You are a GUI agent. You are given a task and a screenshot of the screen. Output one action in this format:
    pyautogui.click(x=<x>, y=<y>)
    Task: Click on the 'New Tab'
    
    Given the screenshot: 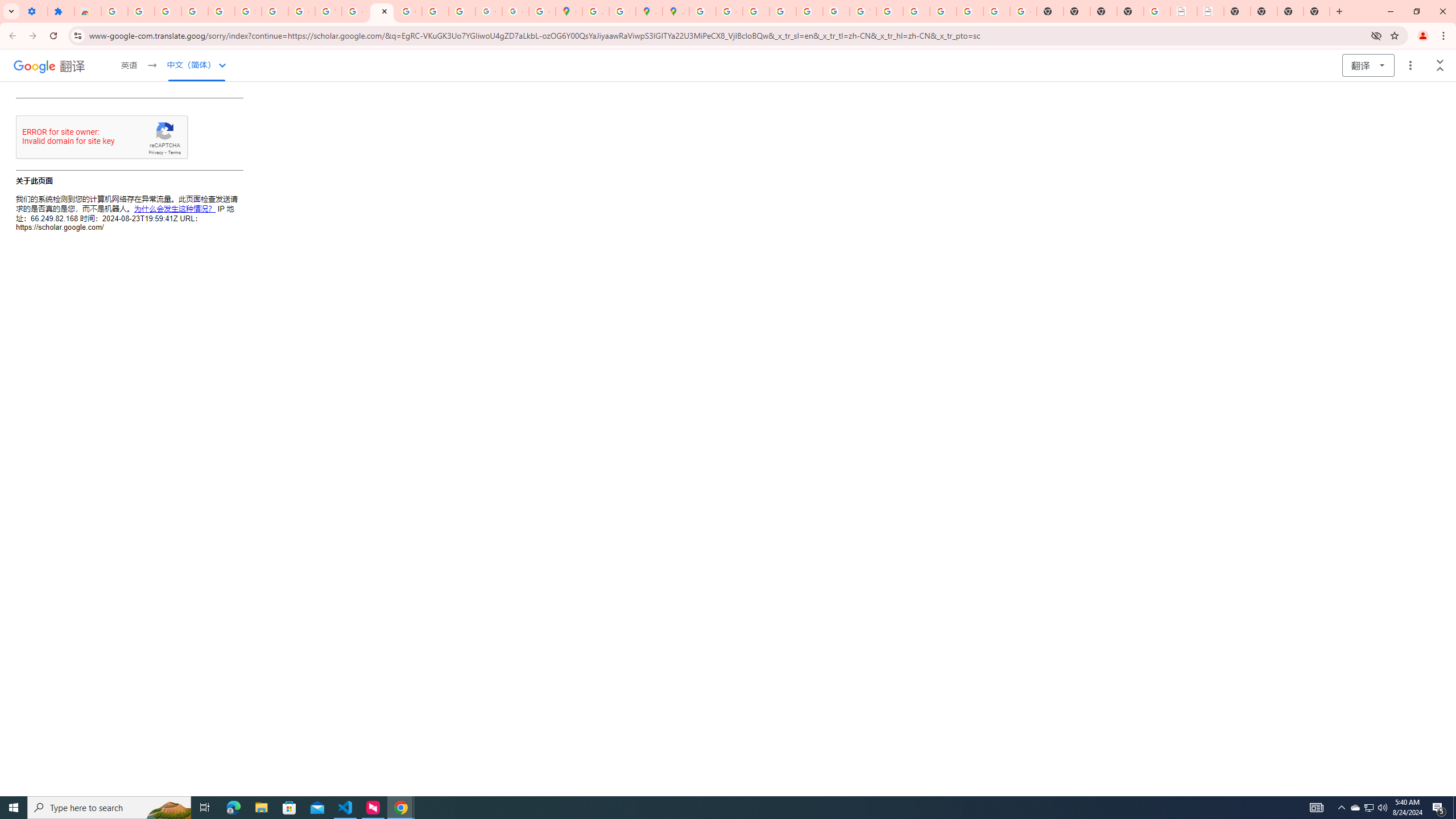 What is the action you would take?
    pyautogui.click(x=1317, y=11)
    